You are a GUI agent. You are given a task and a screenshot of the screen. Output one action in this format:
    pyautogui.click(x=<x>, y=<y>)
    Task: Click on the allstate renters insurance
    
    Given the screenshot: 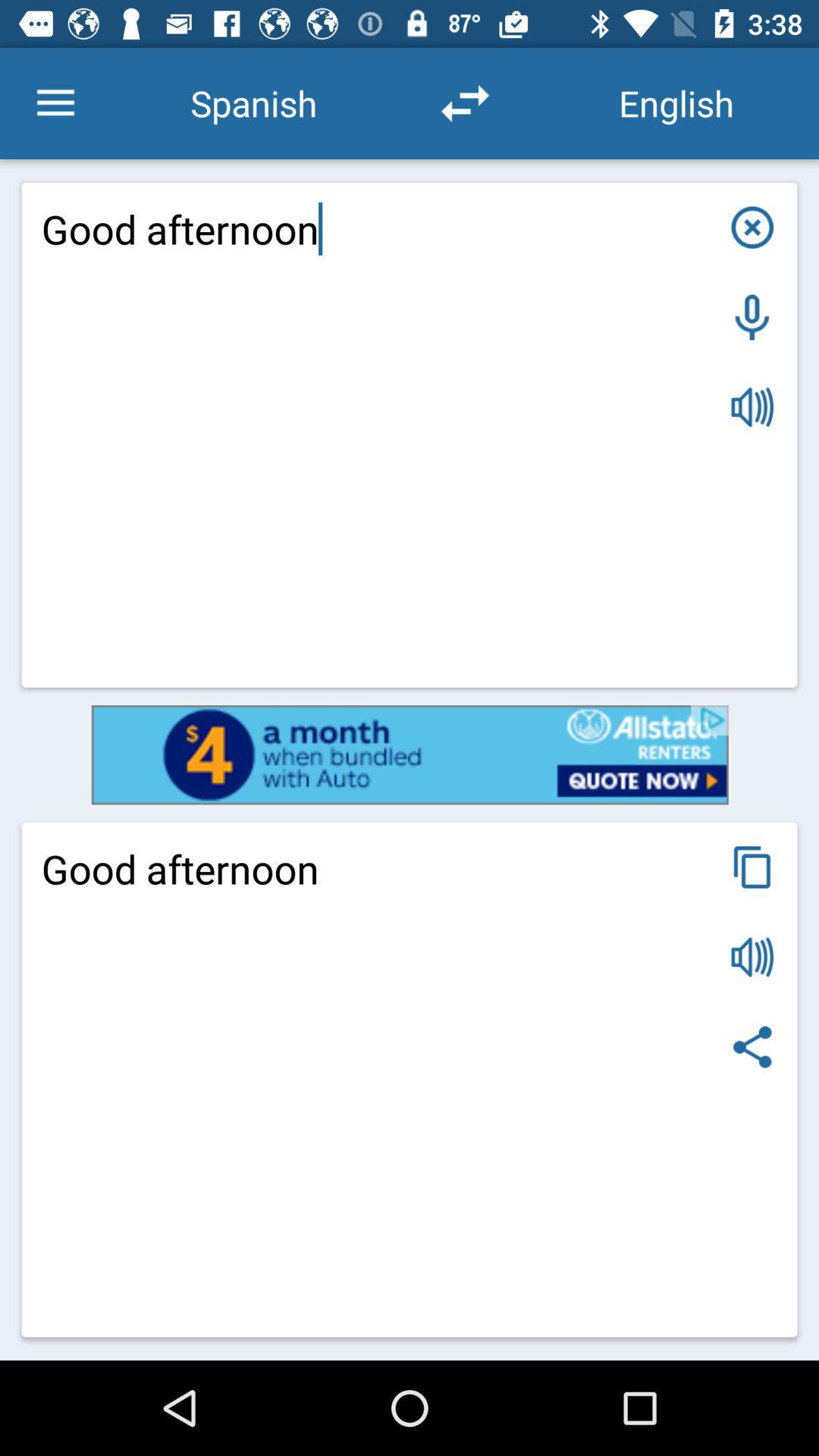 What is the action you would take?
    pyautogui.click(x=409, y=755)
    